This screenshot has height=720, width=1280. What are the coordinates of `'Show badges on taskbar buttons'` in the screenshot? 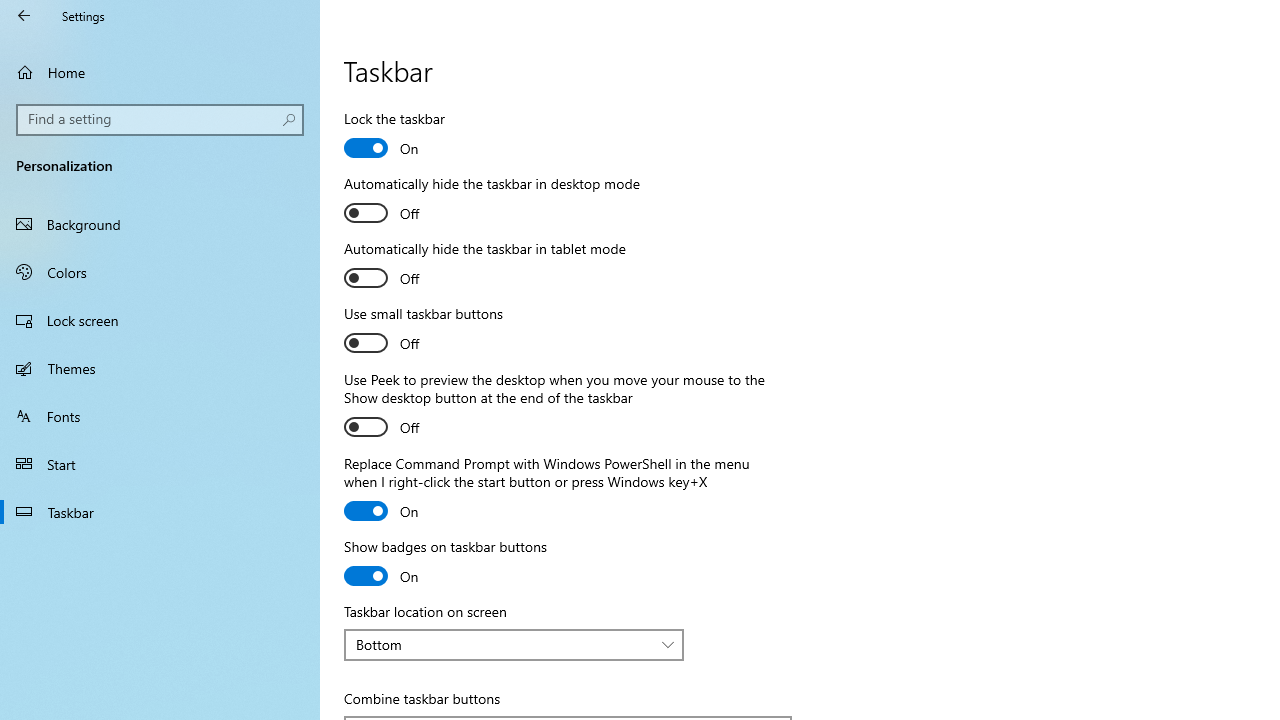 It's located at (444, 564).